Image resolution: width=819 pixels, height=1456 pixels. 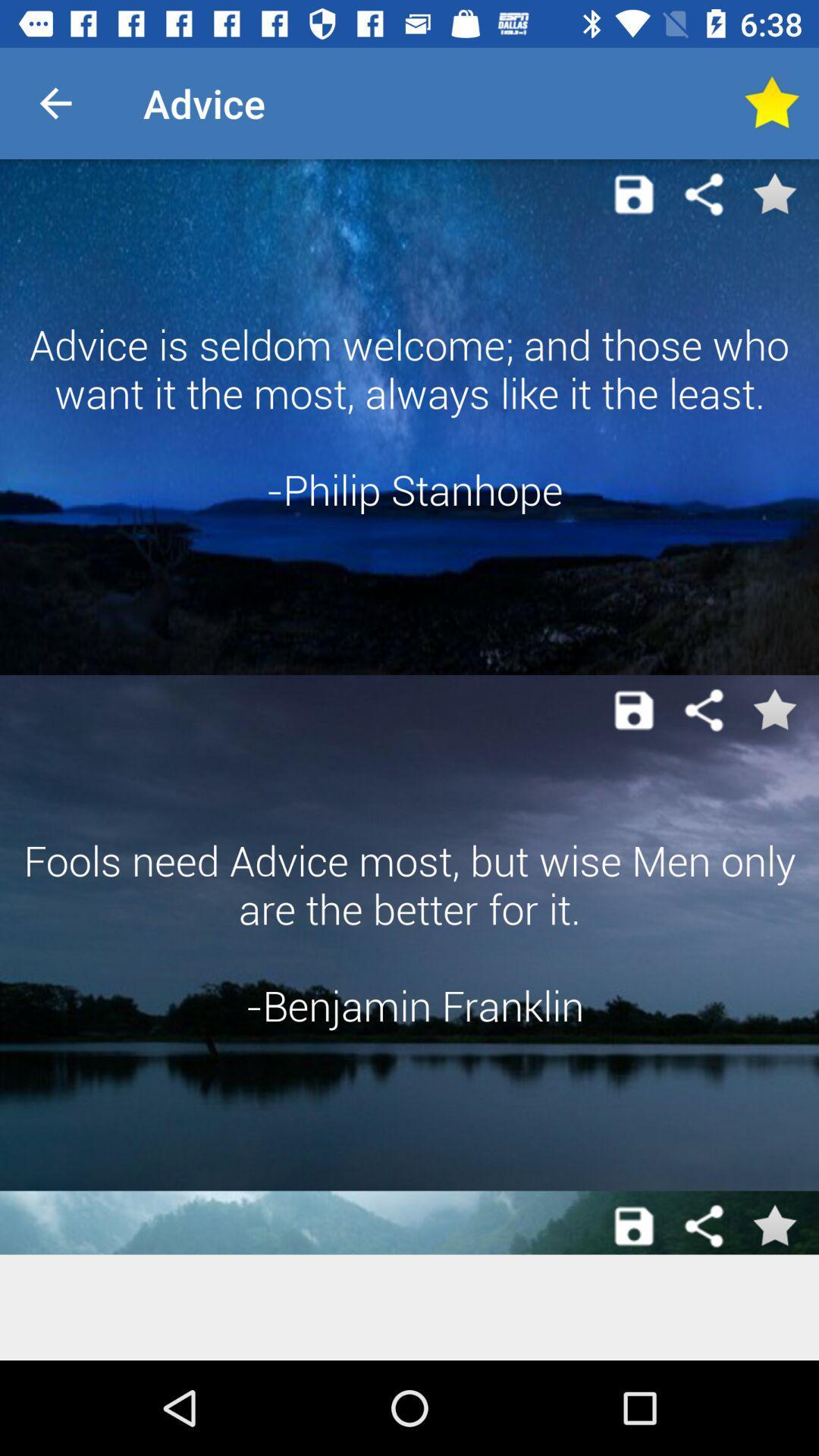 I want to click on camera, so click(x=634, y=709).